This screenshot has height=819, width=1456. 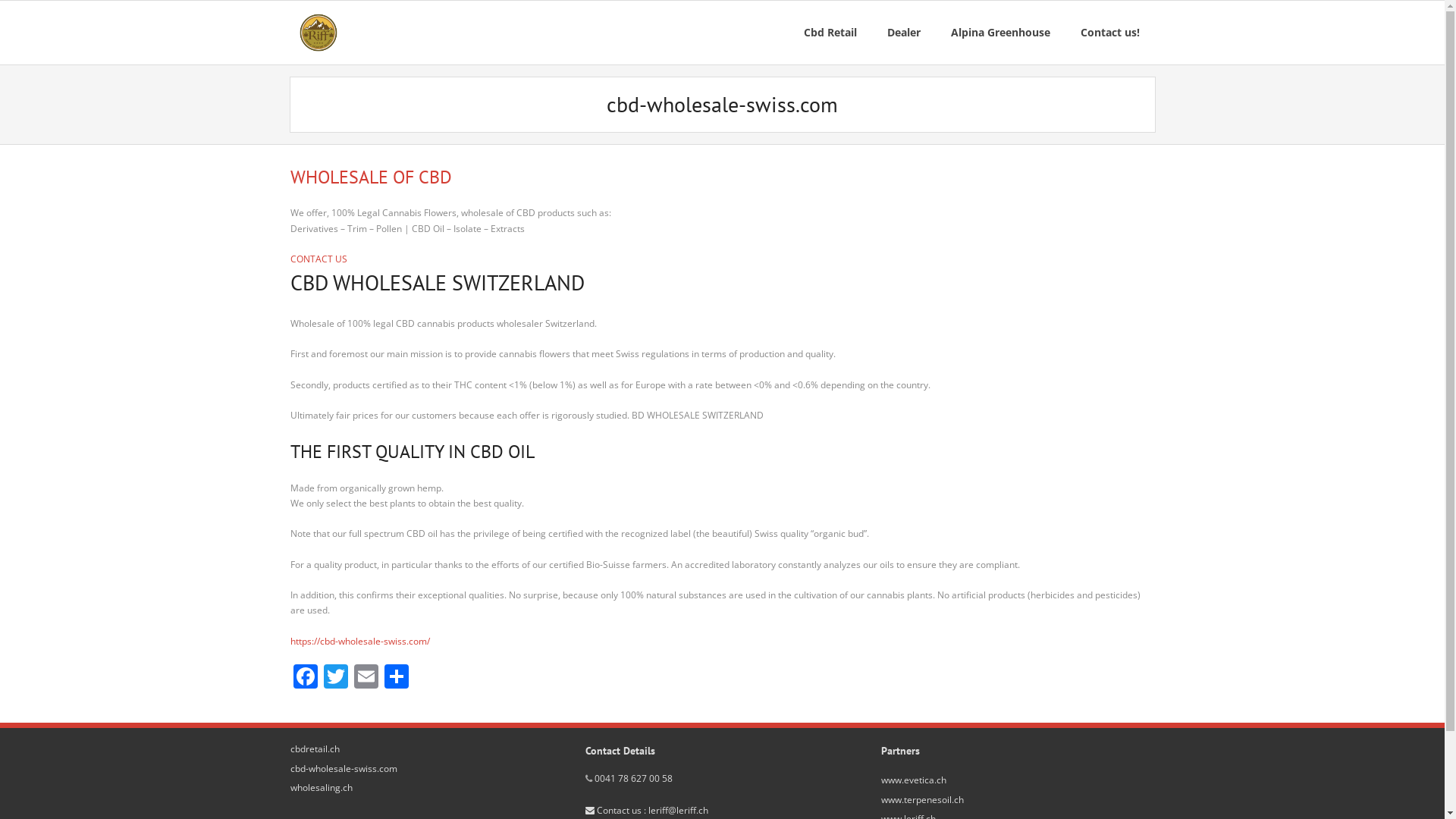 I want to click on 'cbdretail.ch', so click(x=313, y=748).